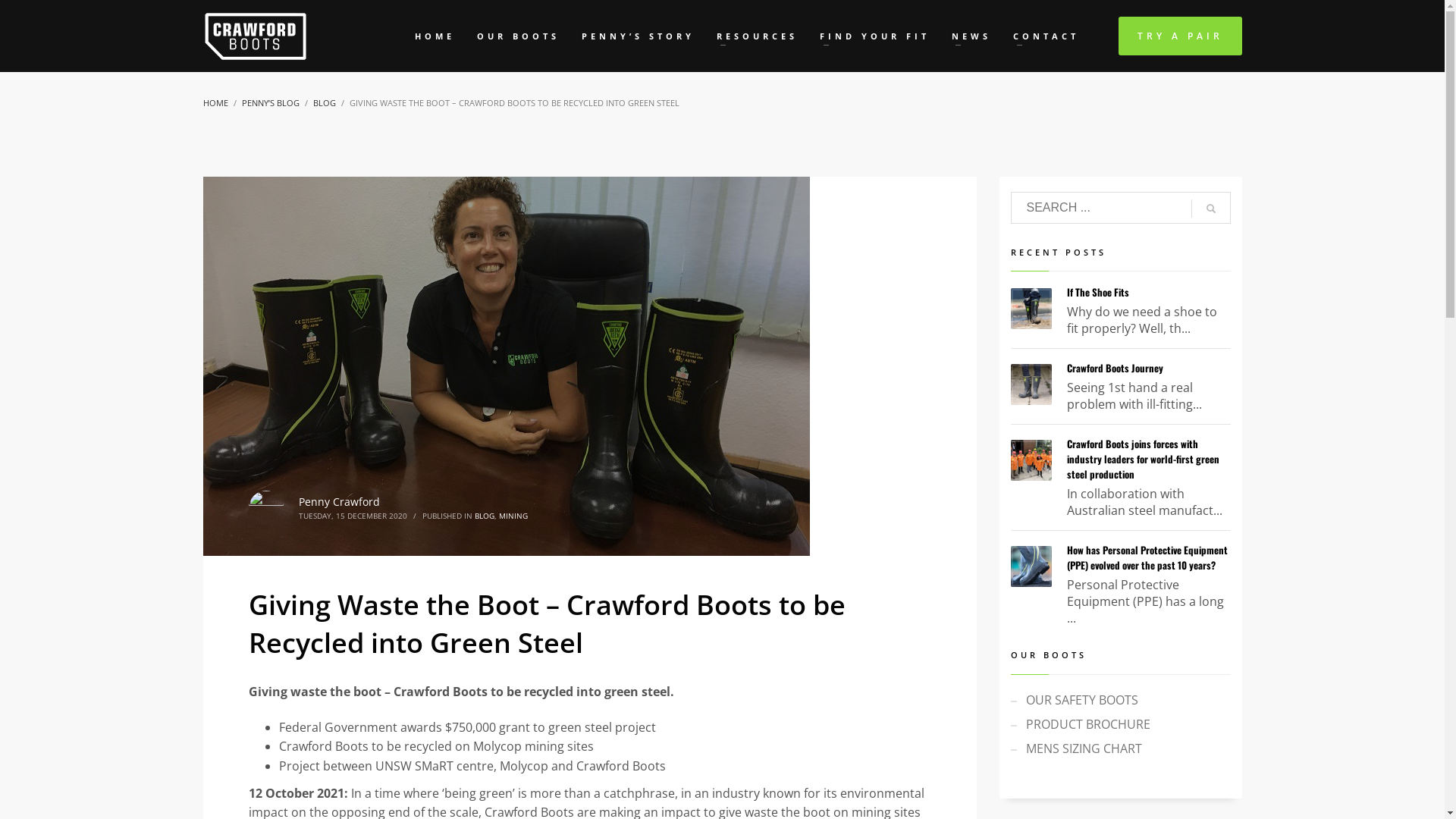 This screenshot has width=1456, height=819. I want to click on 'FIND YOUR FIT', so click(874, 34).